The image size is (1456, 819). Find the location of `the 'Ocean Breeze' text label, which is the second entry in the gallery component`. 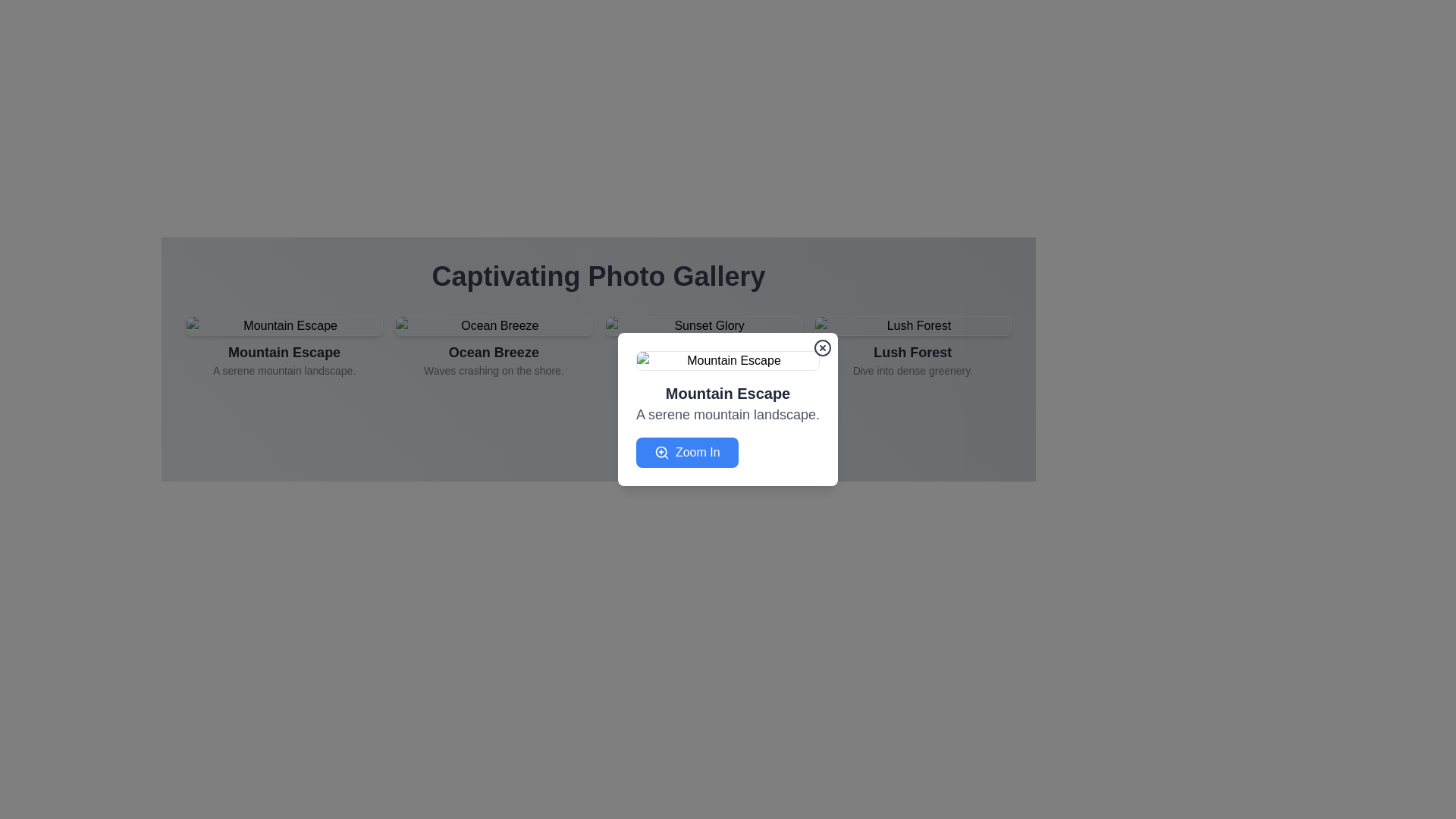

the 'Ocean Breeze' text label, which is the second entry in the gallery component is located at coordinates (494, 359).